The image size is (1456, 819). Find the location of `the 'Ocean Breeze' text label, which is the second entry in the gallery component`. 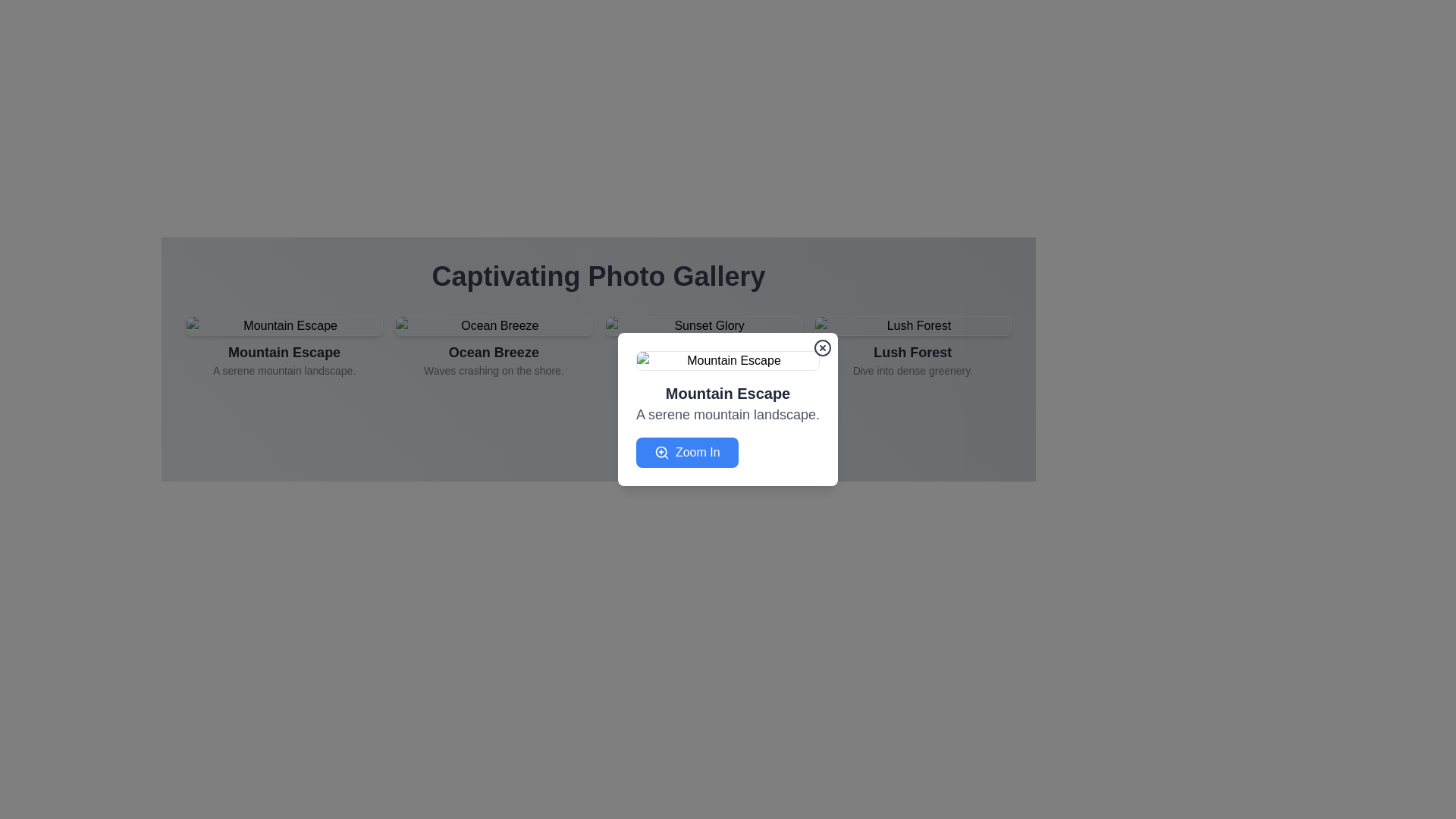

the 'Ocean Breeze' text label, which is the second entry in the gallery component is located at coordinates (494, 359).